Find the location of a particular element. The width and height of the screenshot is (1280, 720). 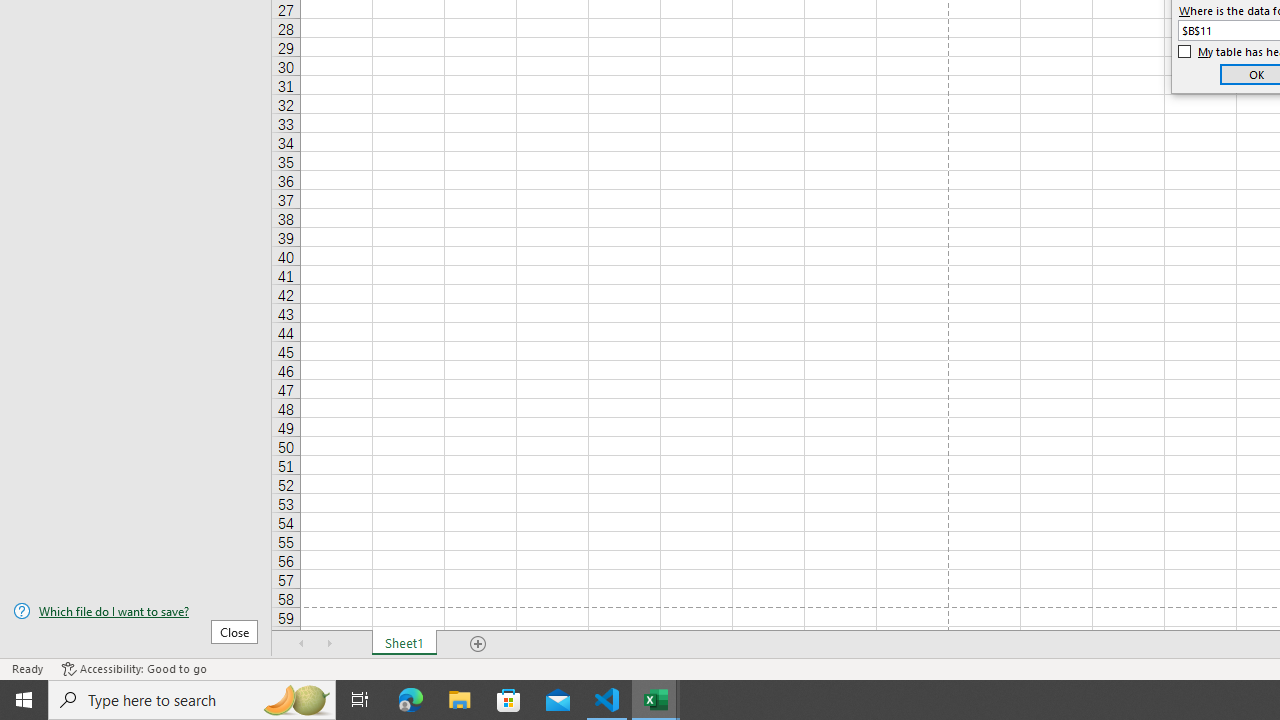

'Sheet1' is located at coordinates (403, 644).